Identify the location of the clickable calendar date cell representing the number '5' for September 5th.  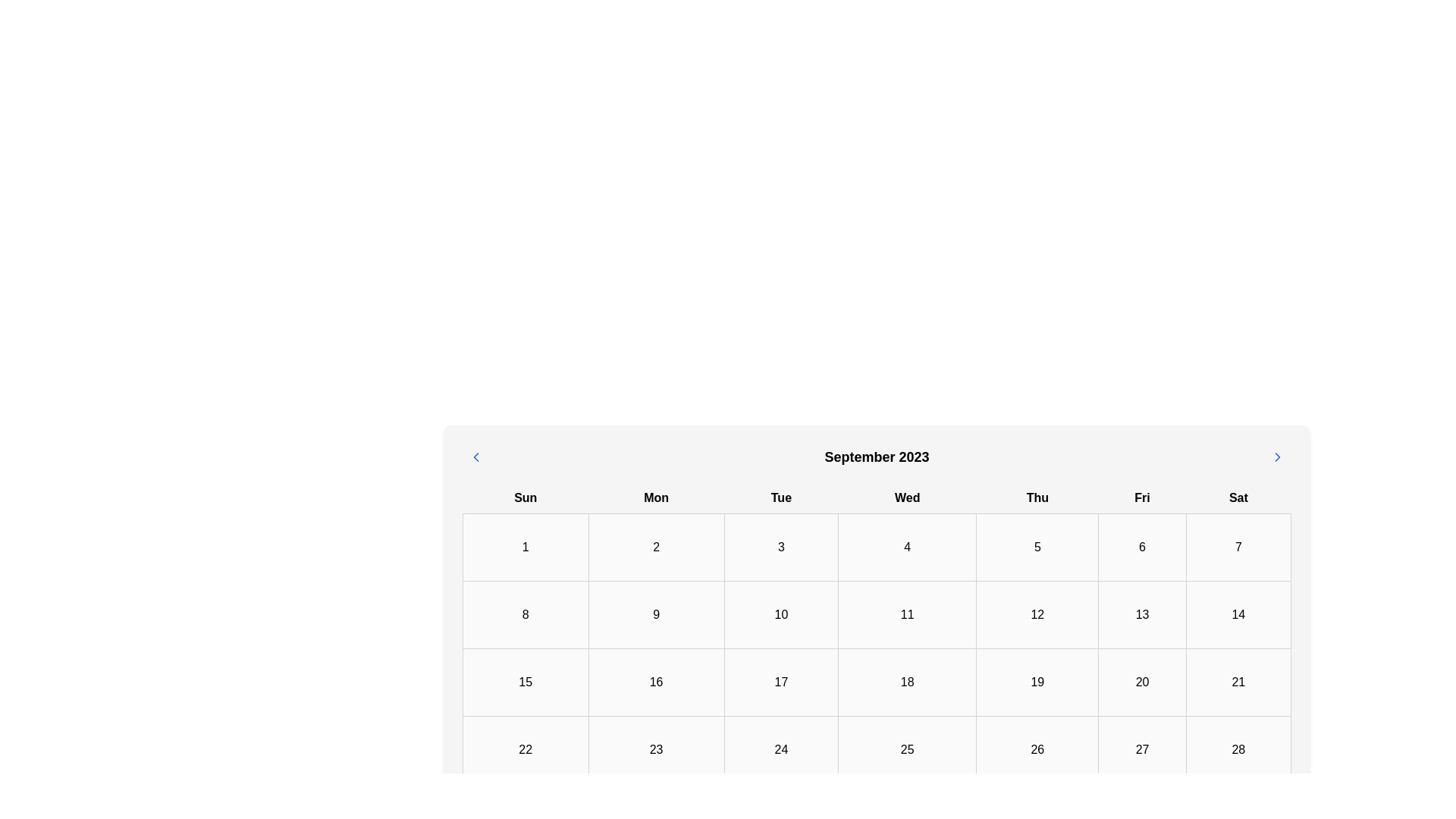
(1037, 547).